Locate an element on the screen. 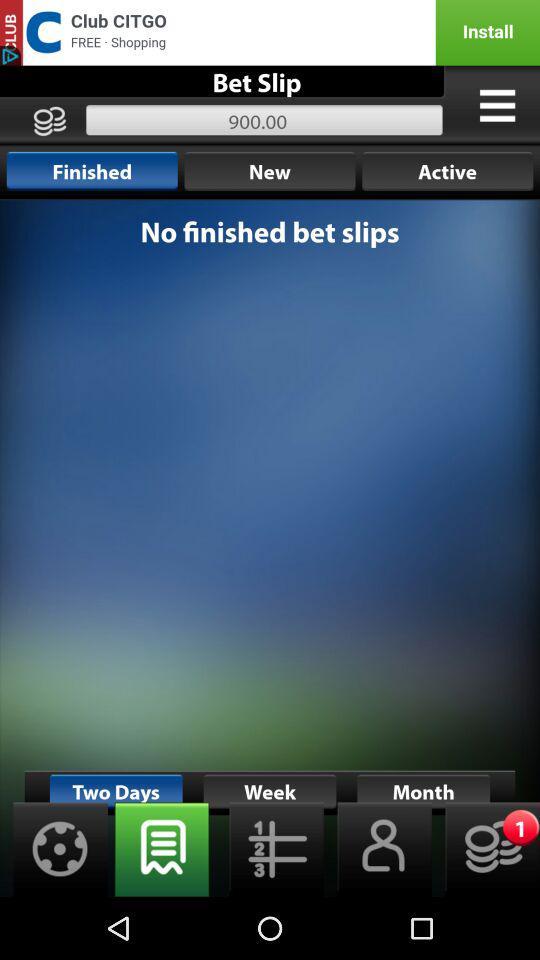 The image size is (540, 960). costumes is located at coordinates (496, 105).